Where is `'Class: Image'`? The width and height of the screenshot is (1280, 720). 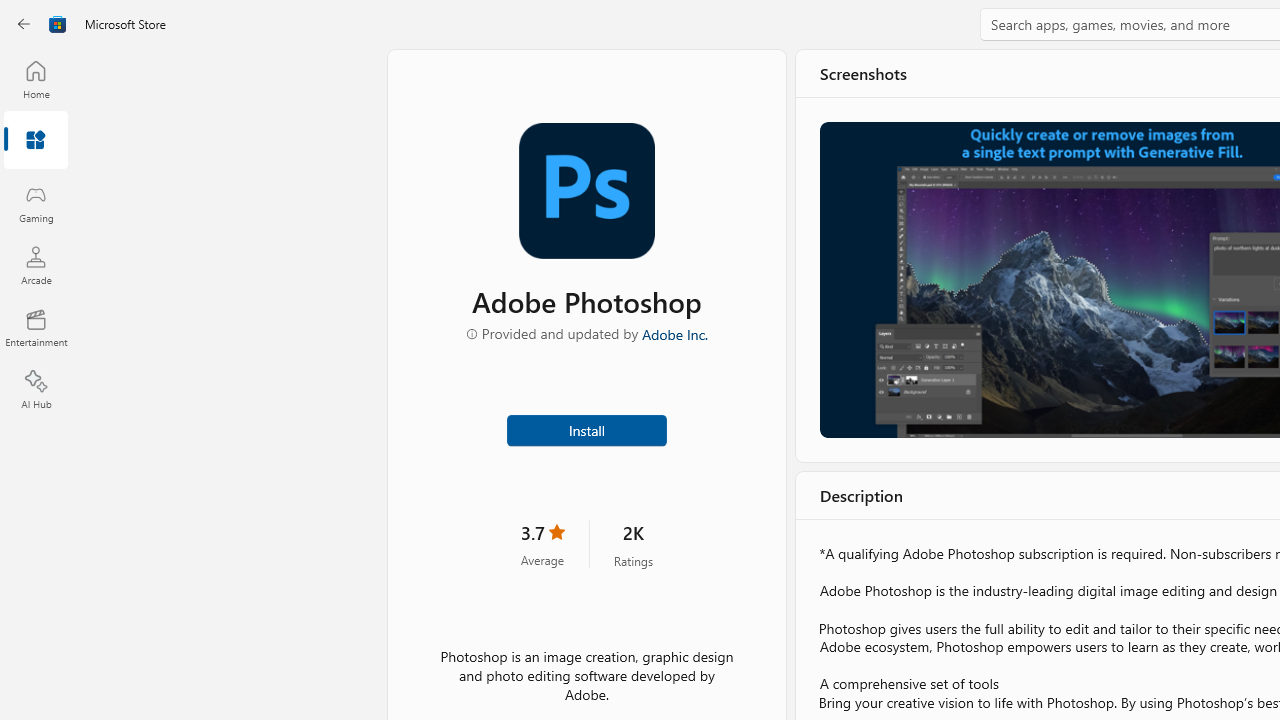 'Class: Image' is located at coordinates (58, 24).